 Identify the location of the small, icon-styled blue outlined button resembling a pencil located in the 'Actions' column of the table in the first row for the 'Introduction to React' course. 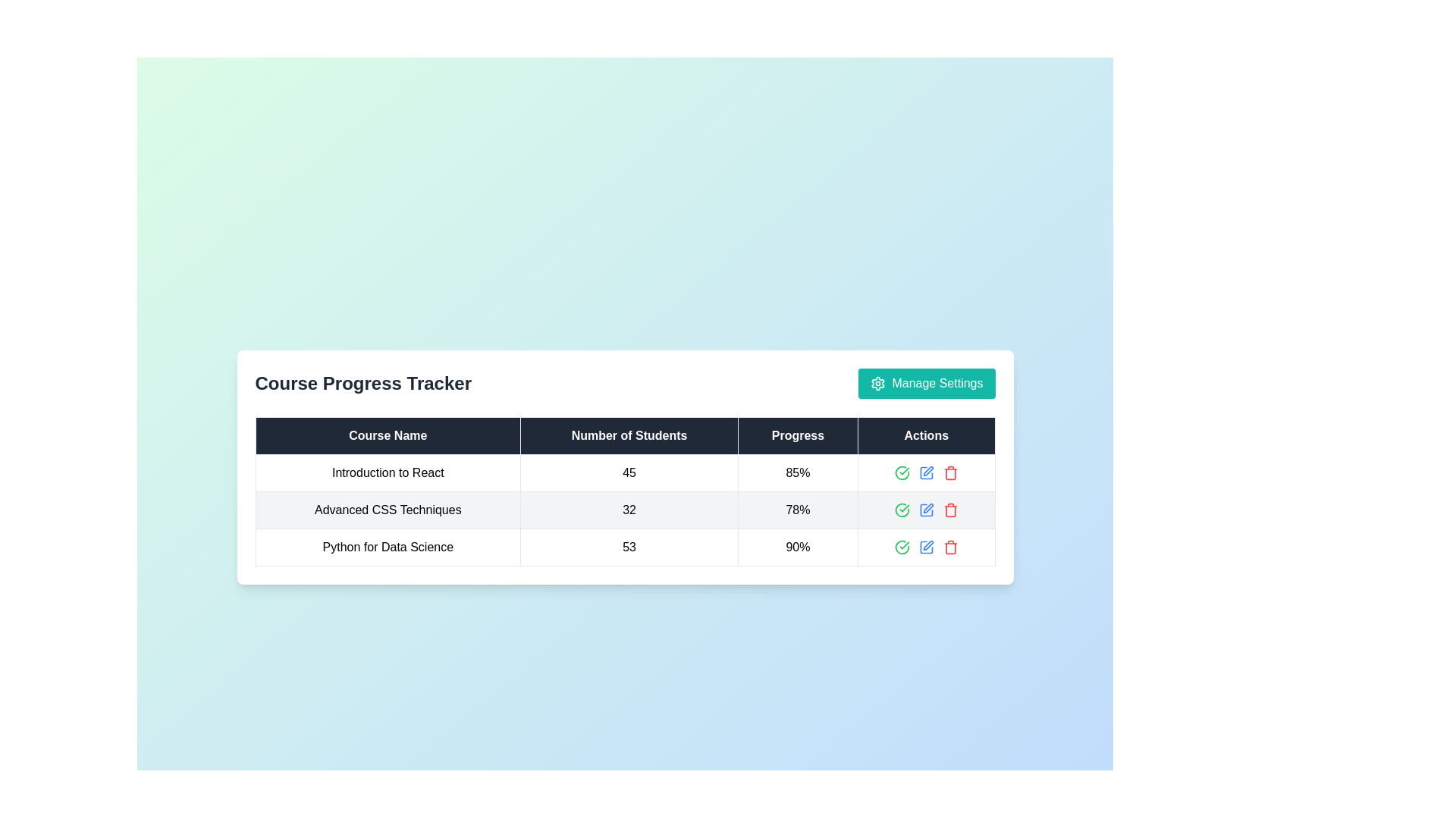
(925, 472).